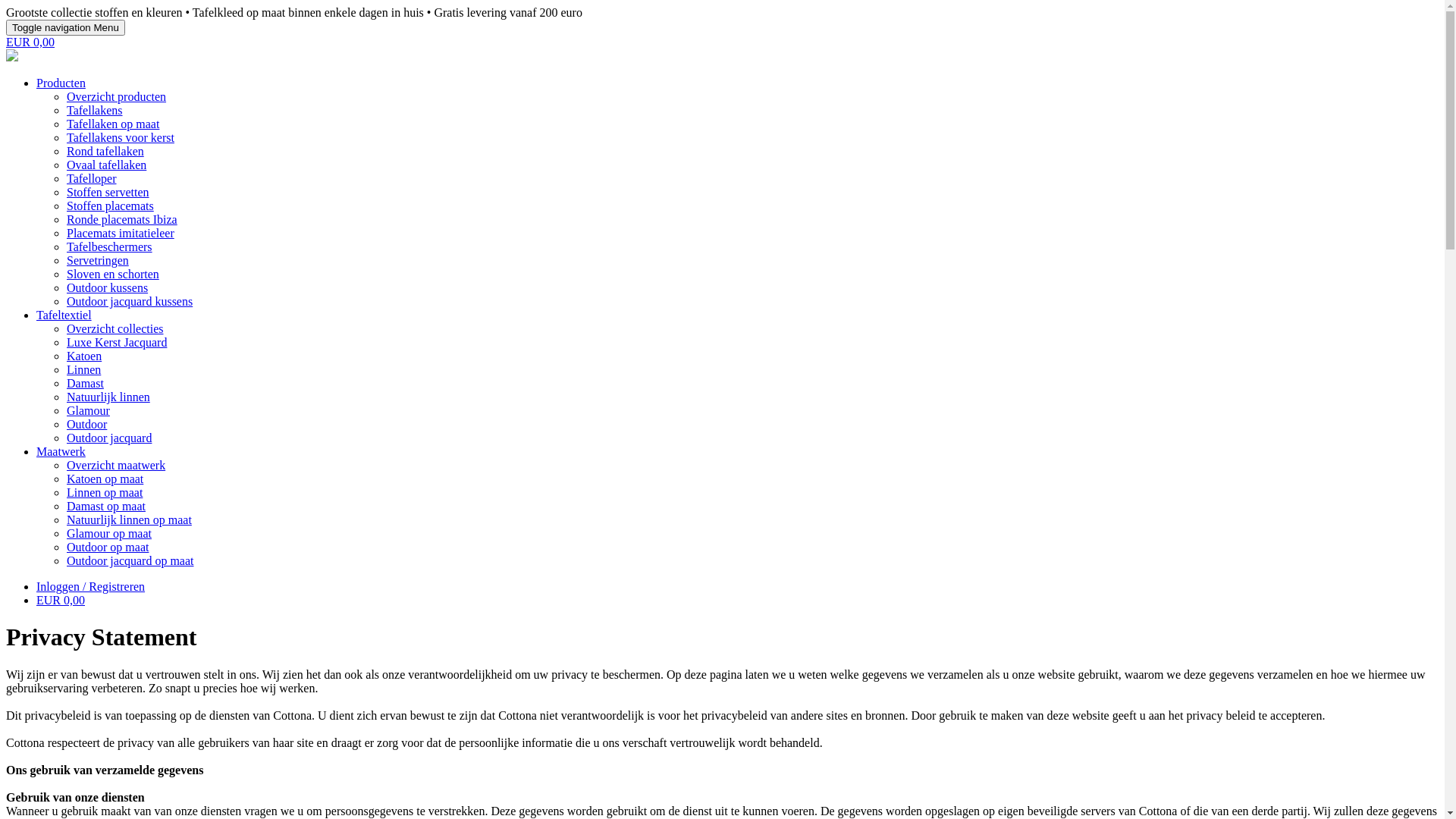  Describe the element at coordinates (65, 274) in the screenshot. I see `'Sloven en schorten'` at that location.